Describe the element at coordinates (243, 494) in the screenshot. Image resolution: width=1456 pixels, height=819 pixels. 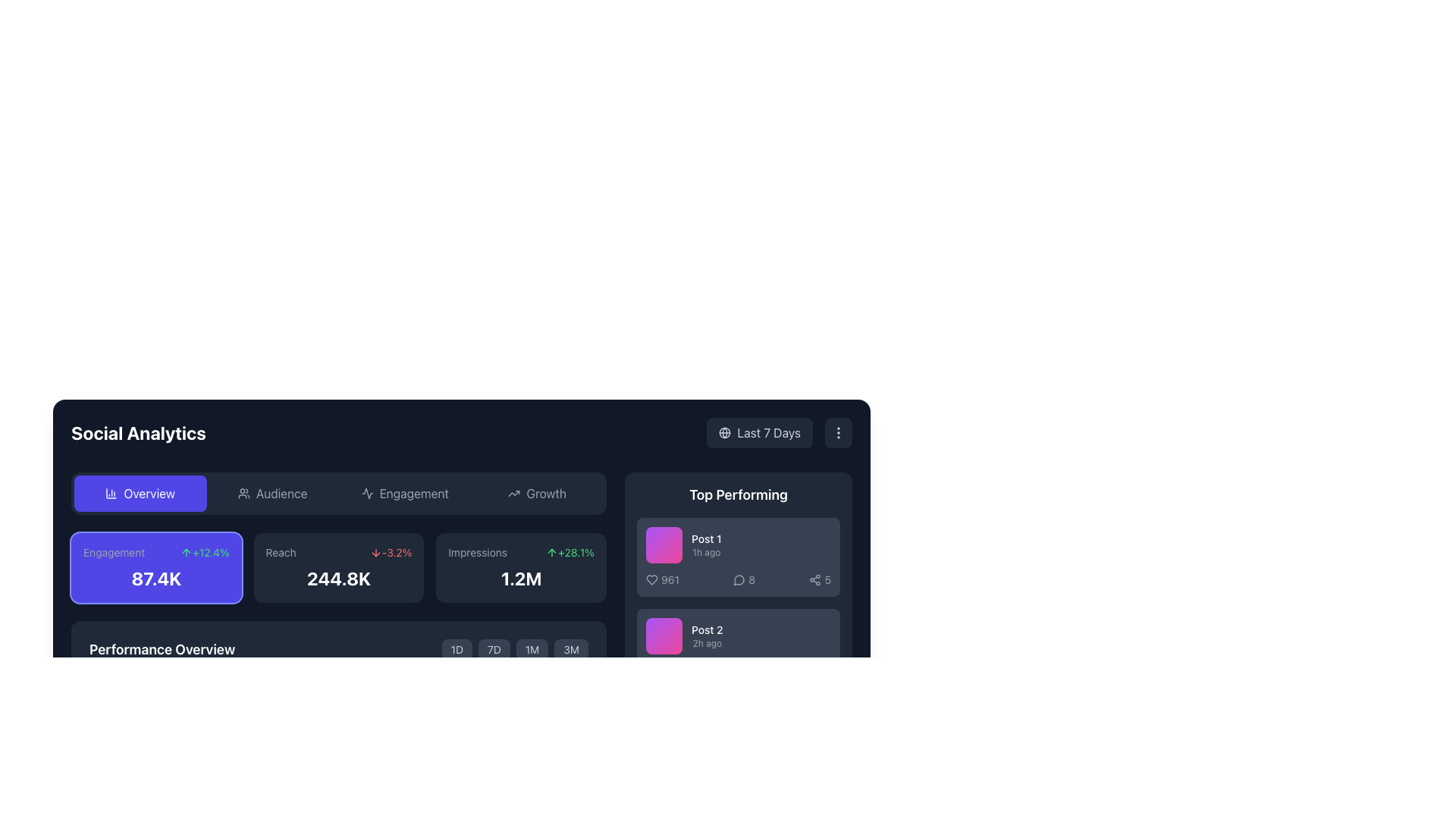
I see `the icon depicting a group of individuals, which is located to the left of the 'Audience' label in the horizontal navigation bar, and is the second item from the left` at that location.